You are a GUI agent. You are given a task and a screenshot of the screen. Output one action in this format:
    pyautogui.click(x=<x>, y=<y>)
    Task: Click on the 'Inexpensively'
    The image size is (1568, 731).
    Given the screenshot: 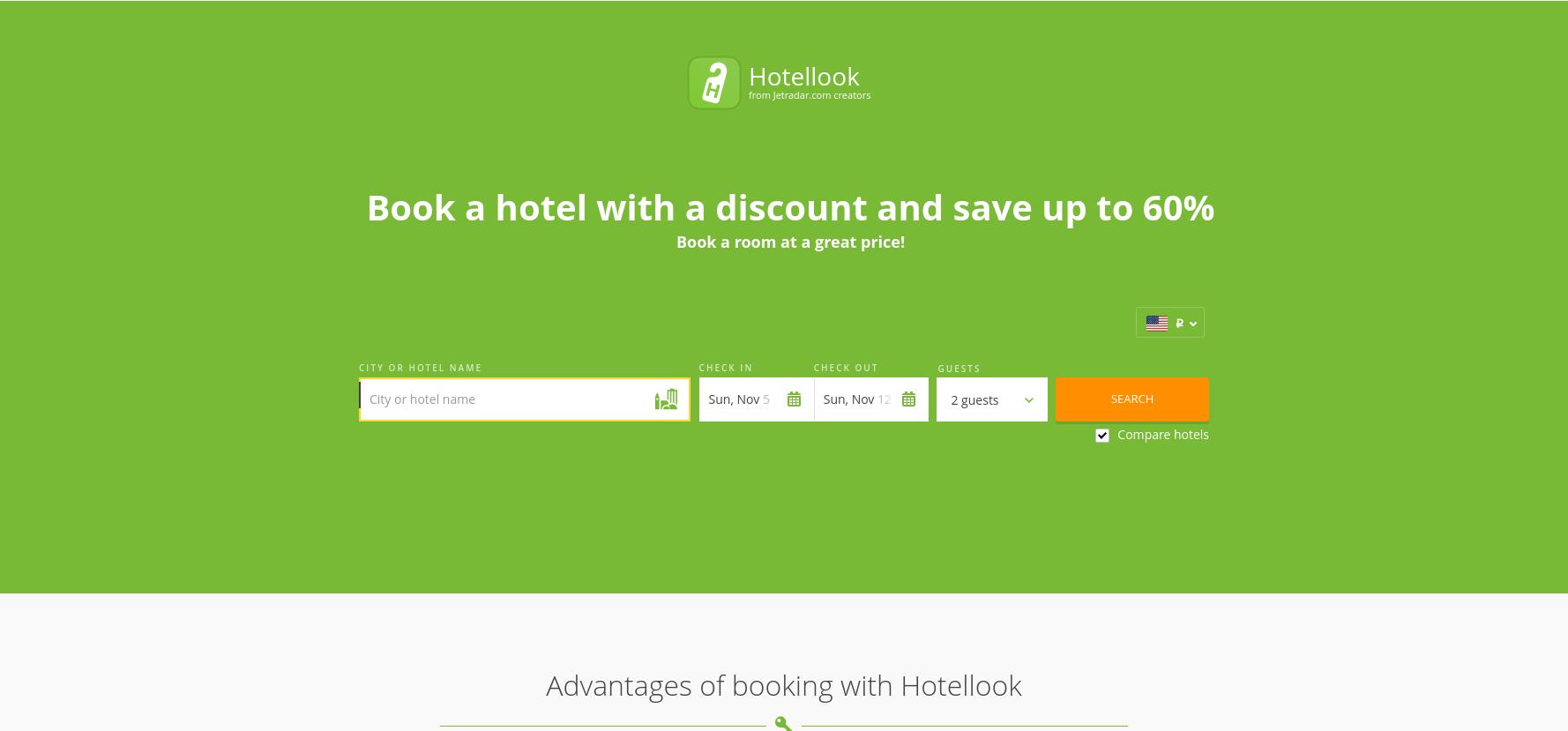 What is the action you would take?
    pyautogui.click(x=850, y=444)
    